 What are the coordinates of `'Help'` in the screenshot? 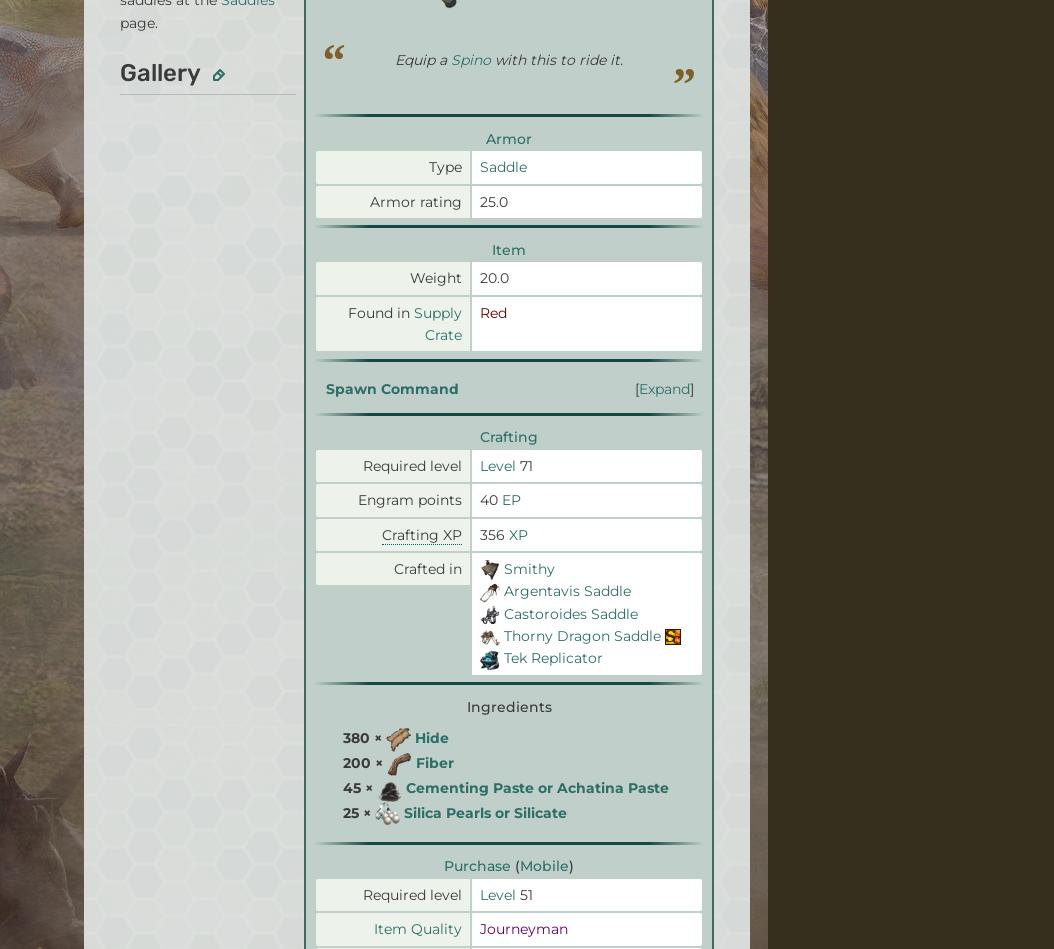 It's located at (446, 536).